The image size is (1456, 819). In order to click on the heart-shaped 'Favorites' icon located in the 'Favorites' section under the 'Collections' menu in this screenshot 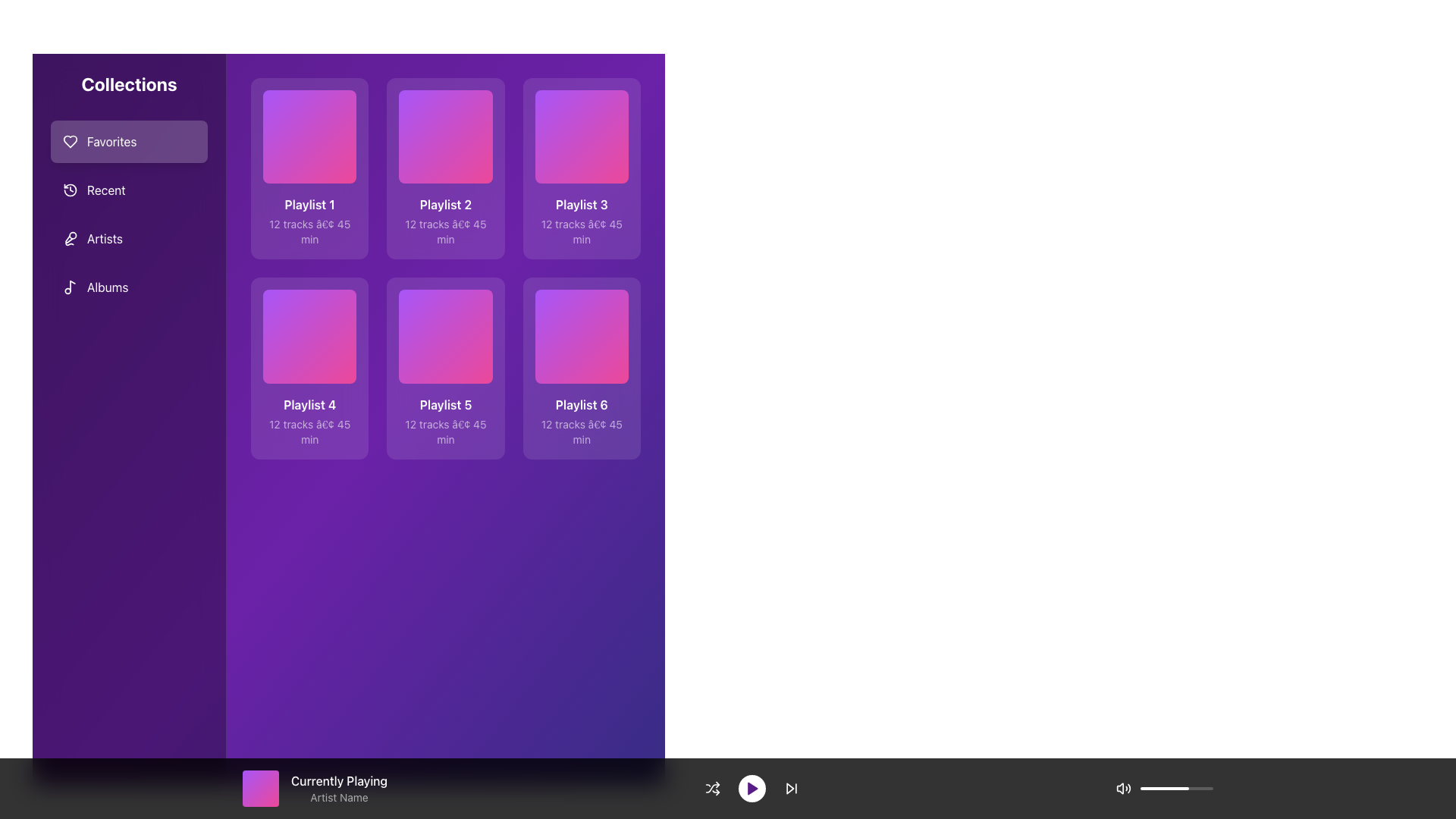, I will do `click(69, 141)`.